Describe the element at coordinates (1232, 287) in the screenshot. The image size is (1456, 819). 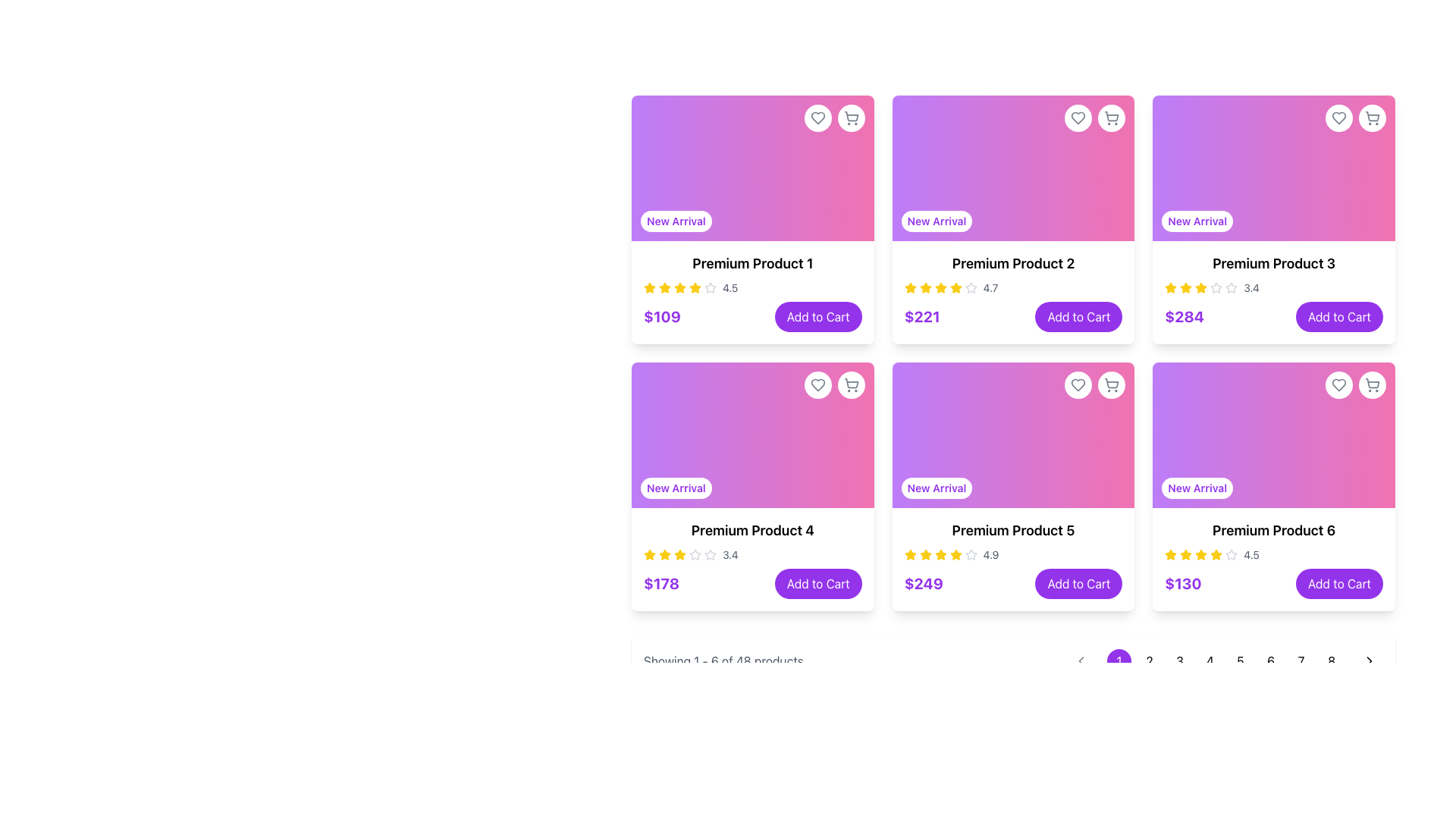
I see `the third star-shaped icon in the rating system for 'Premium Product 3', which is styled with a minimalist gray outline and positioned slightly below the product name` at that location.